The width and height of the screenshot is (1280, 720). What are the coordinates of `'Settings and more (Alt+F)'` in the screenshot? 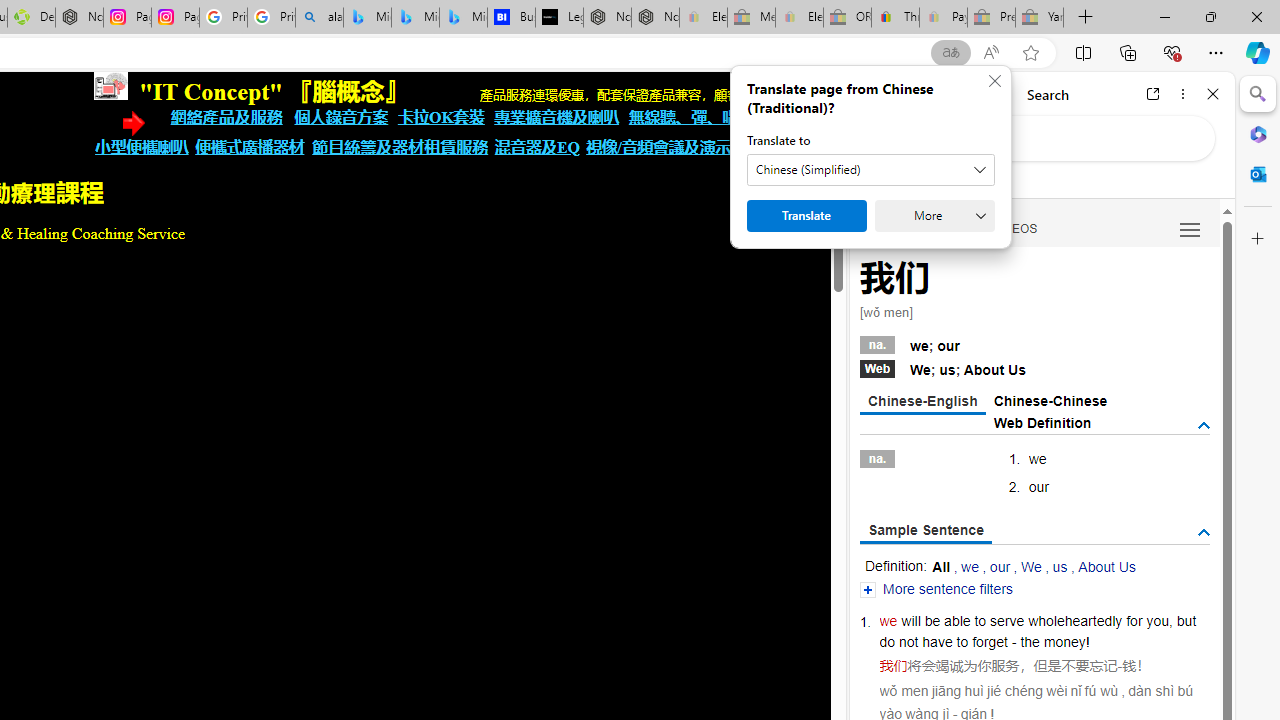 It's located at (1215, 51).